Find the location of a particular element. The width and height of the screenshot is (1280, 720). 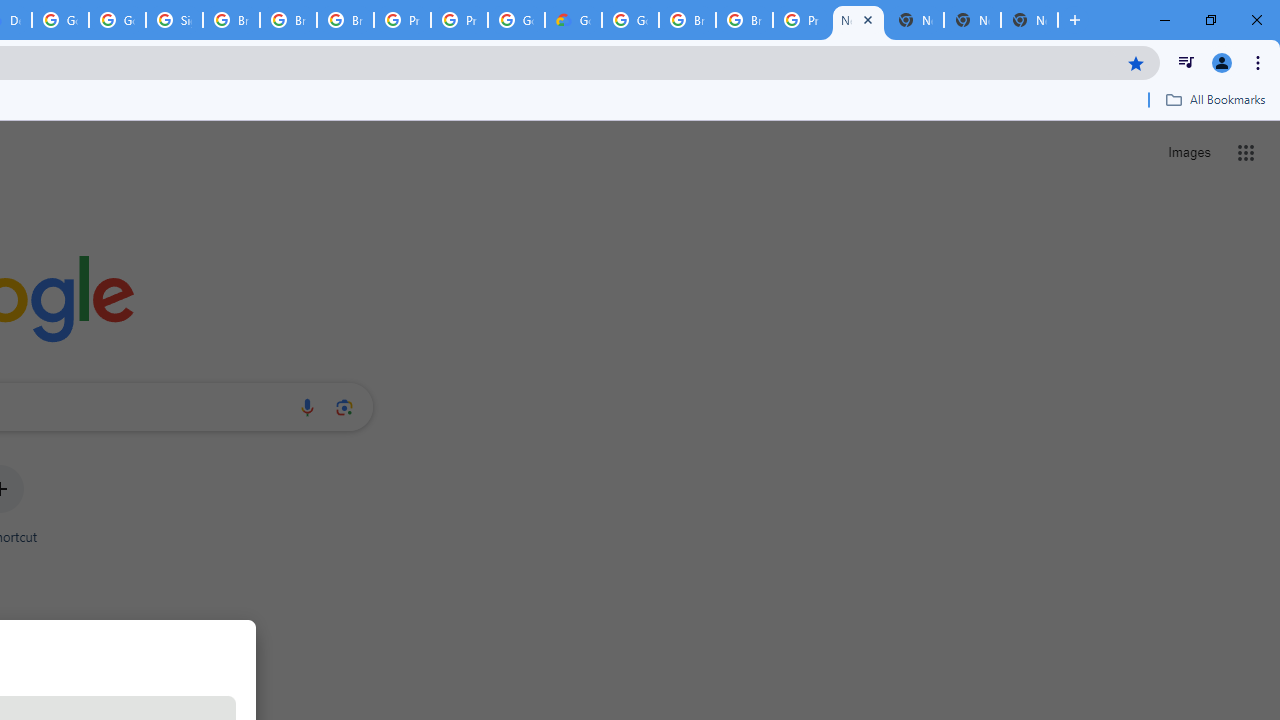

'Google Cloud Platform' is located at coordinates (629, 20).